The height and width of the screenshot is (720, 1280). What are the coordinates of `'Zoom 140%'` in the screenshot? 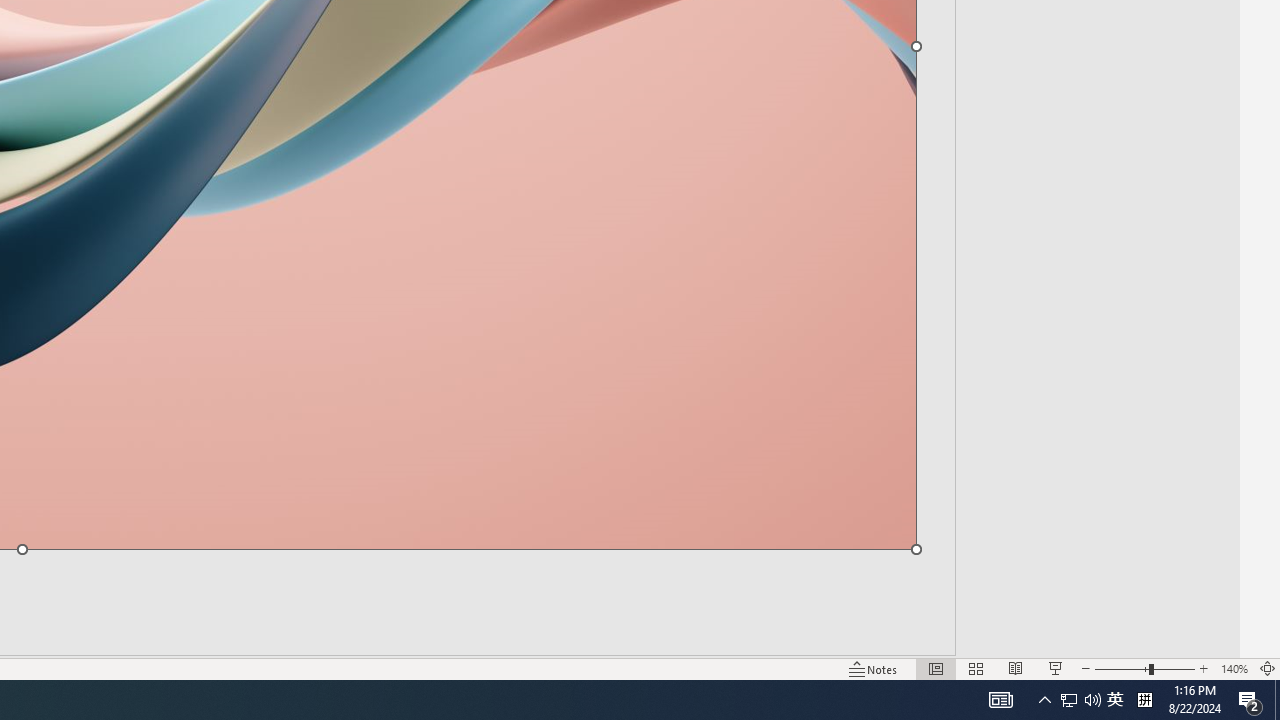 It's located at (1233, 669).